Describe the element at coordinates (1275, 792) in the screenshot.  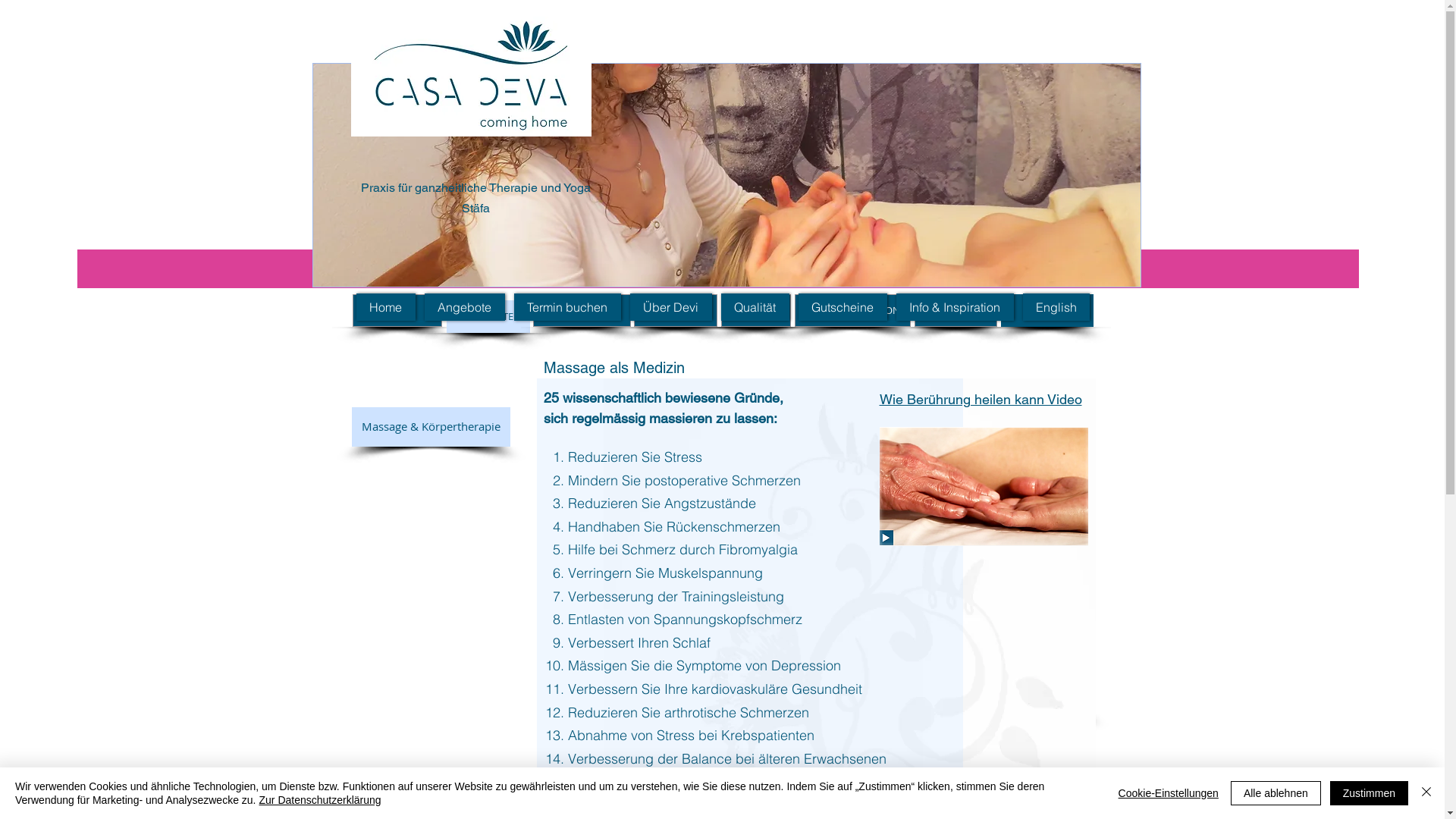
I see `'Alle ablehnen'` at that location.